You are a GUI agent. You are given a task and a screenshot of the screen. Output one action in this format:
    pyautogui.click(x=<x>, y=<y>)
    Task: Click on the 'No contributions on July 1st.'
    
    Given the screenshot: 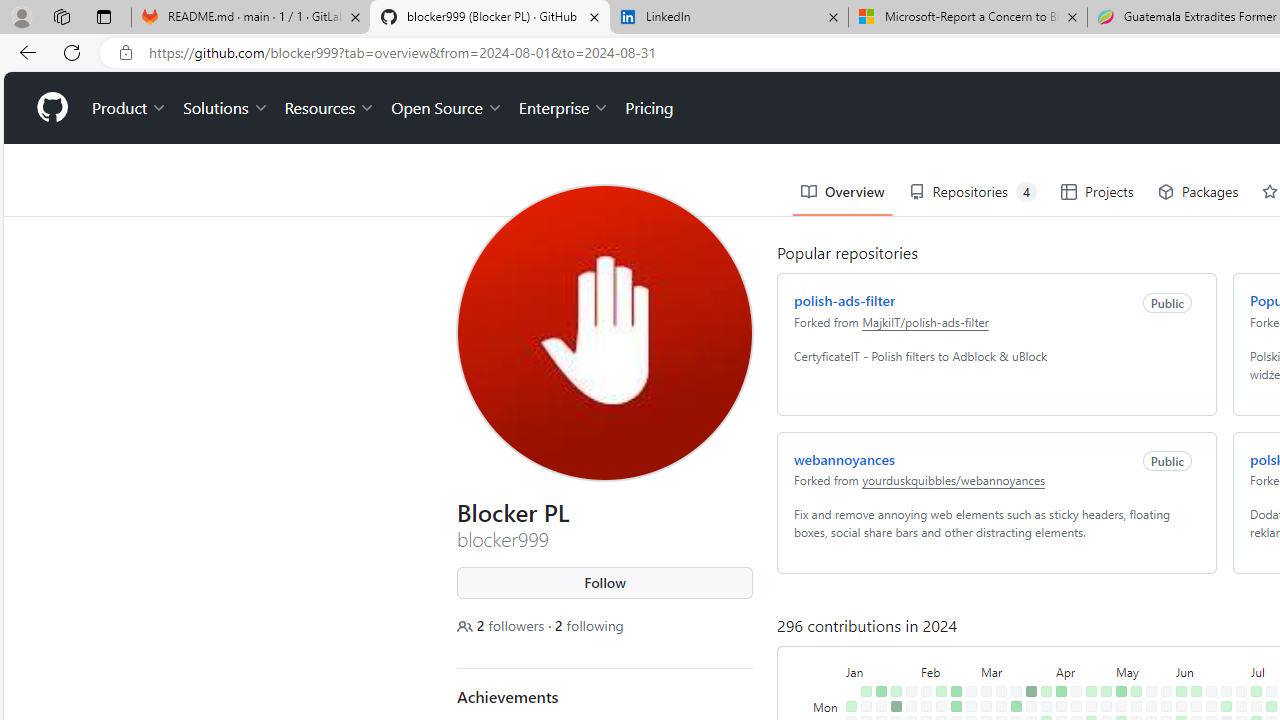 What is the action you would take?
    pyautogui.click(x=1240, y=705)
    